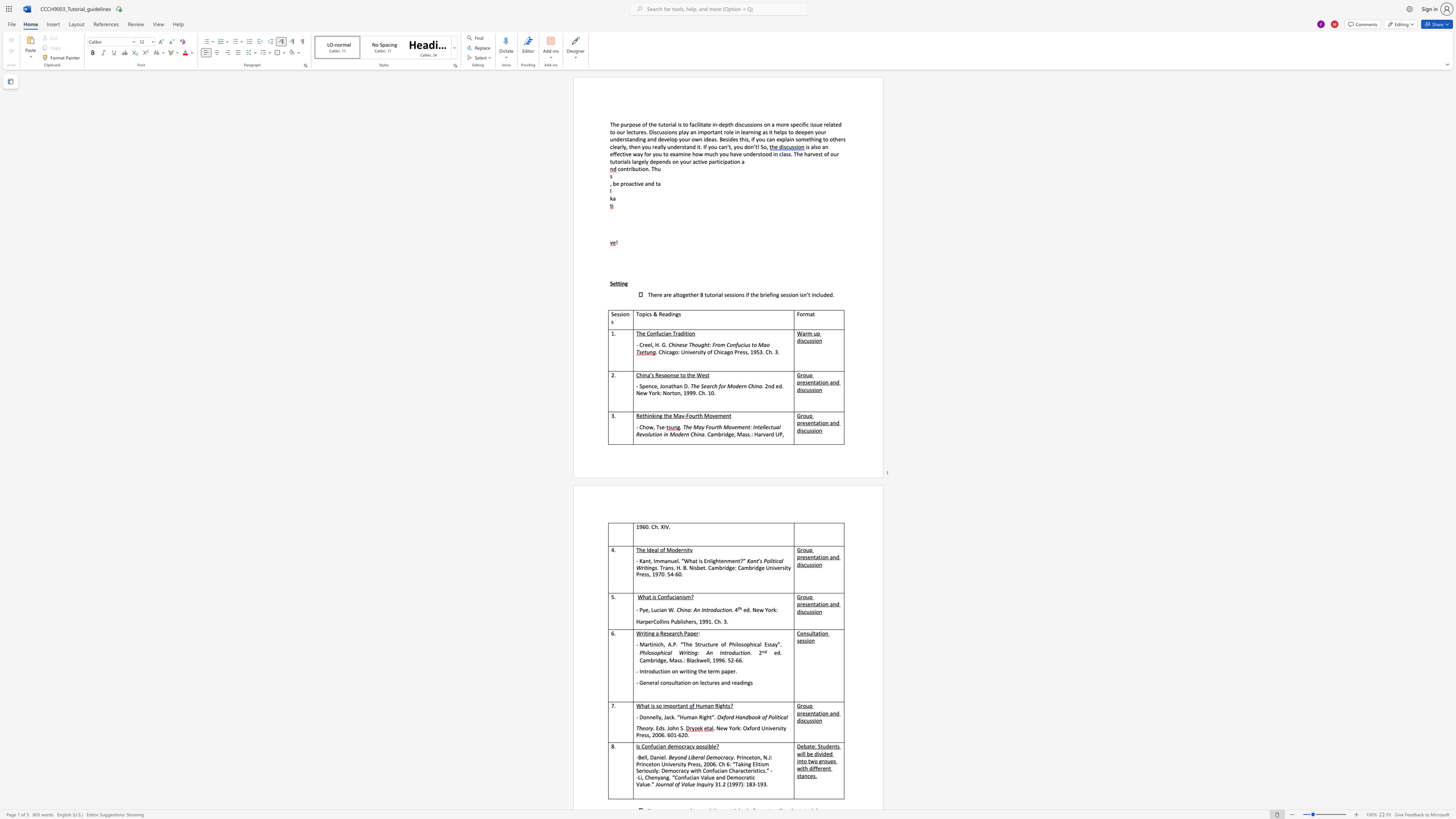  Describe the element at coordinates (764, 610) in the screenshot. I see `the subset text "Yor" within the text "ed. New York:"` at that location.